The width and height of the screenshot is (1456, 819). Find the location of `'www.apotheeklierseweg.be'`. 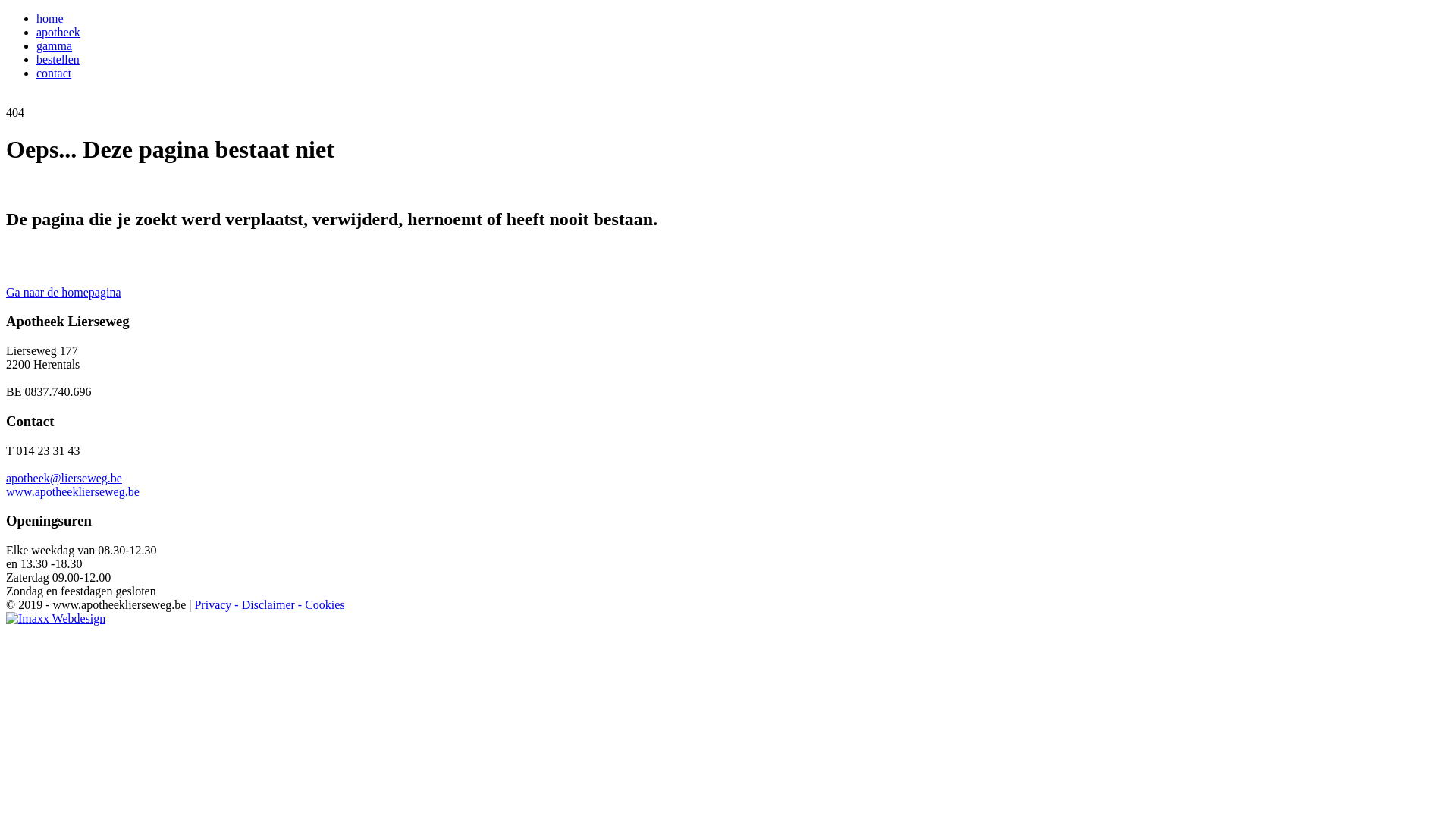

'www.apotheeklierseweg.be' is located at coordinates (72, 491).